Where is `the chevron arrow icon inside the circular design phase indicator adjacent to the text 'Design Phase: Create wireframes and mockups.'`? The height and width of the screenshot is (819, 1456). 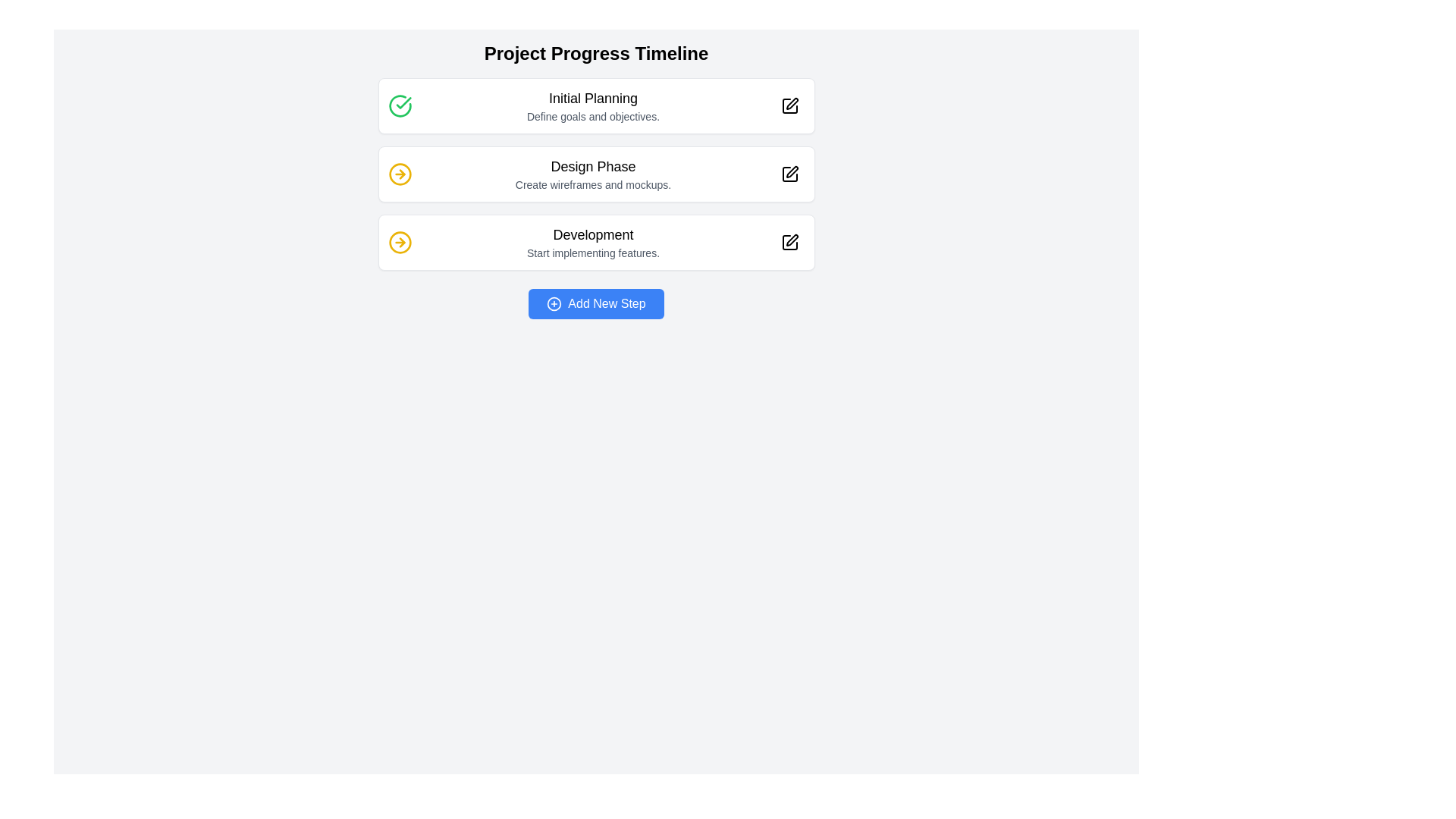
the chevron arrow icon inside the circular design phase indicator adjacent to the text 'Design Phase: Create wireframes and mockups.' is located at coordinates (402, 242).